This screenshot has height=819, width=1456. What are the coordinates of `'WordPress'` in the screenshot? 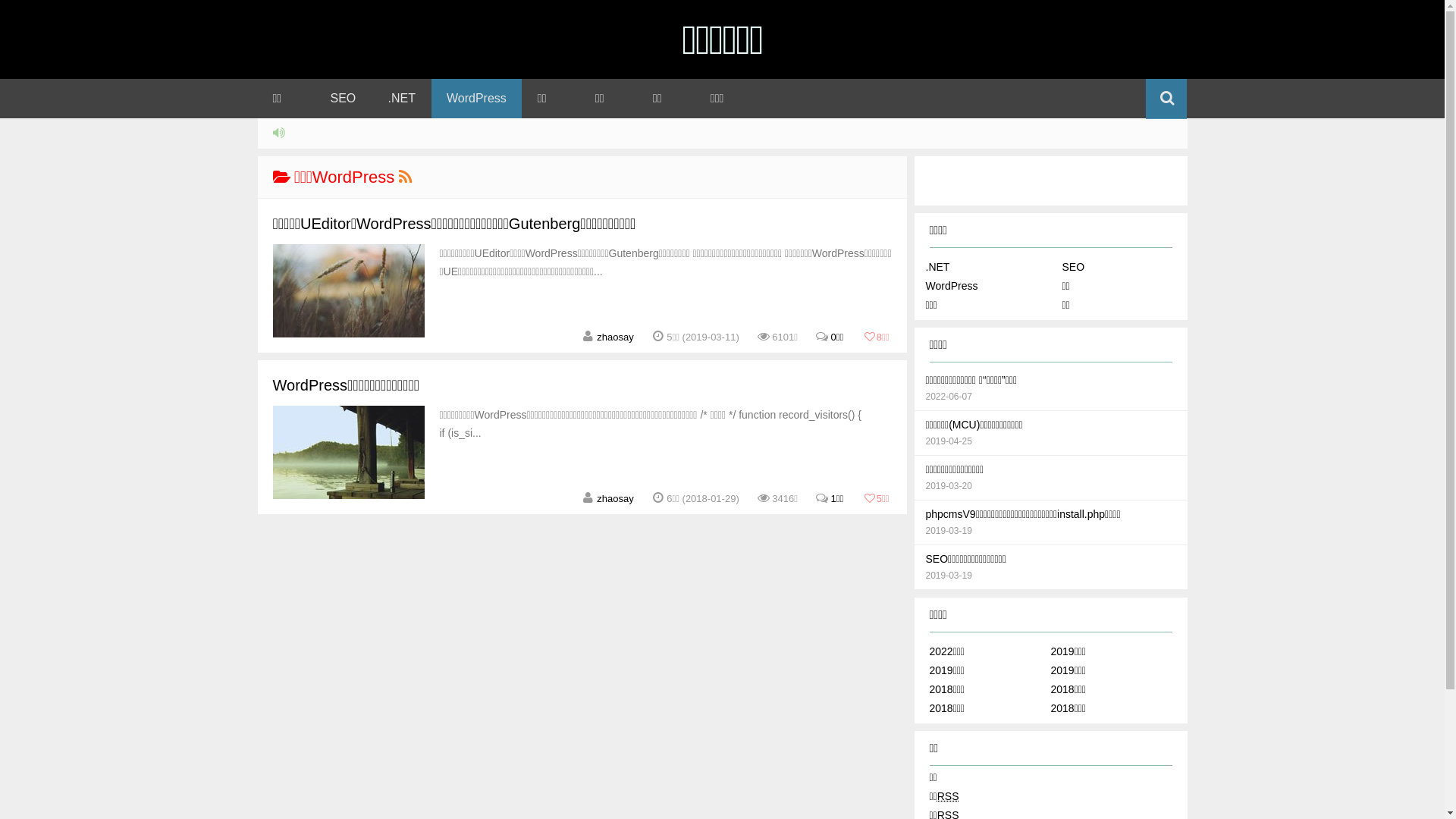 It's located at (924, 286).